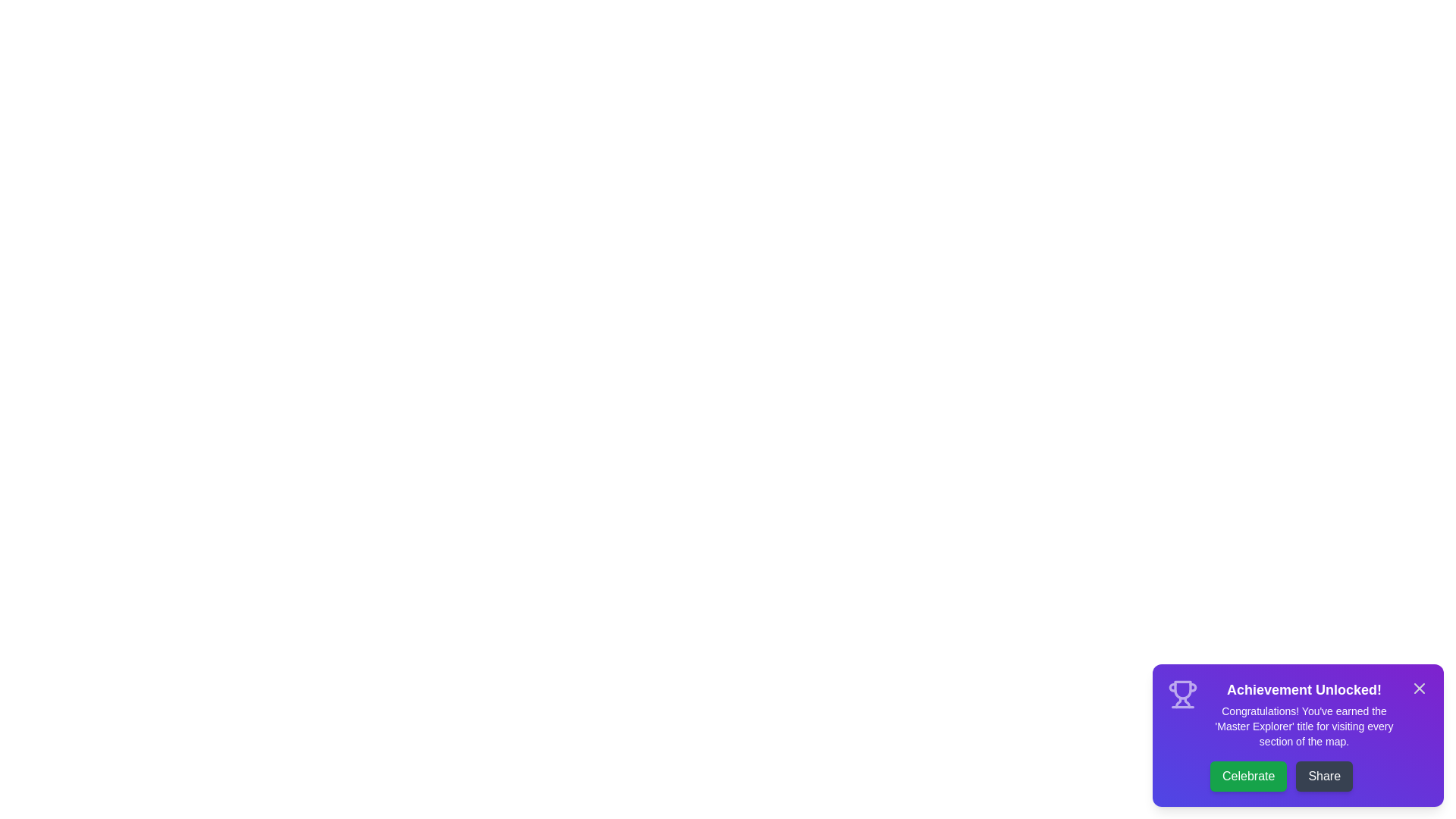 The width and height of the screenshot is (1456, 819). I want to click on the 'Share' button to share the achievement, so click(1323, 776).